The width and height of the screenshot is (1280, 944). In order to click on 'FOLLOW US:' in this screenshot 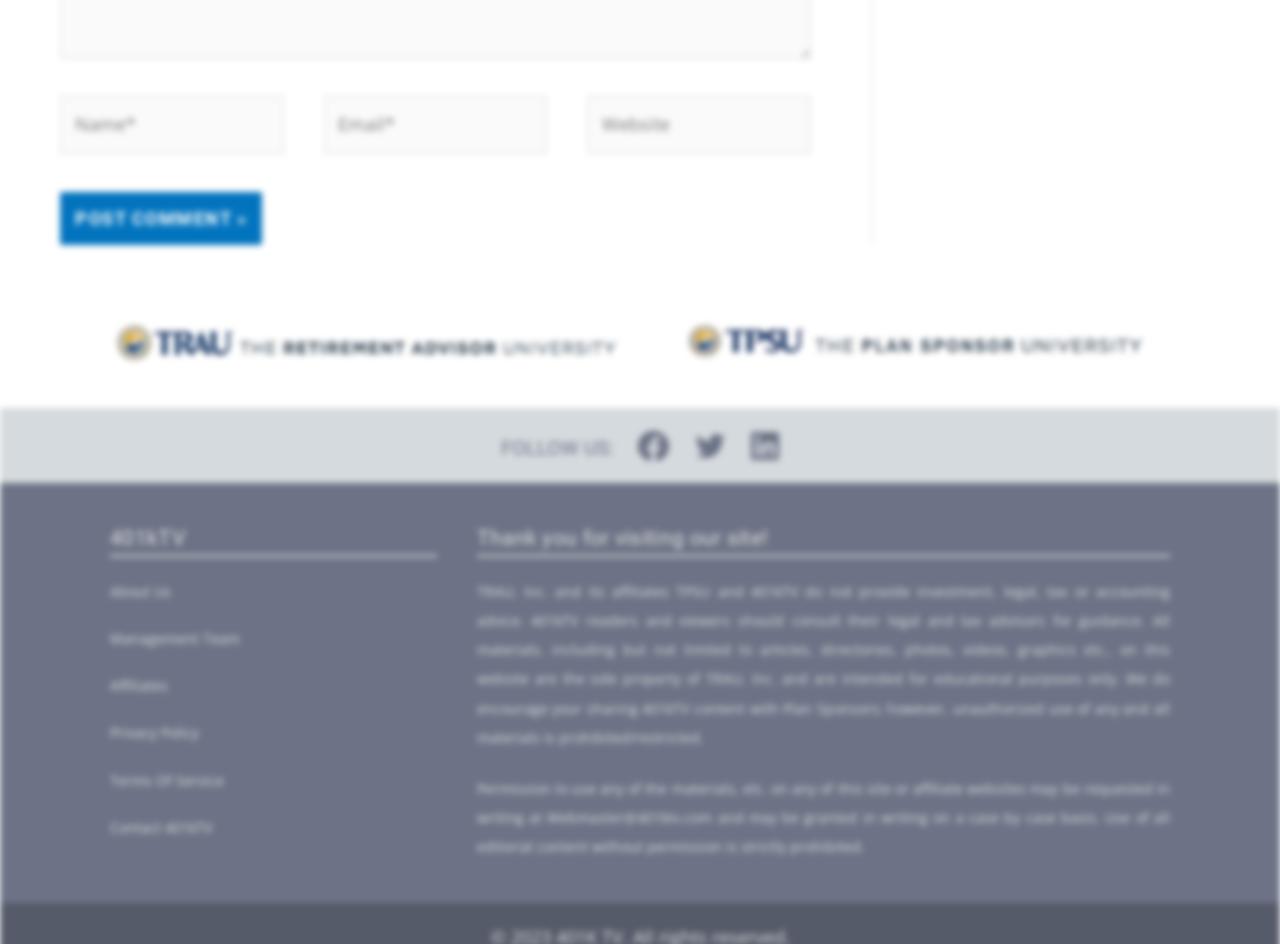, I will do `click(557, 447)`.